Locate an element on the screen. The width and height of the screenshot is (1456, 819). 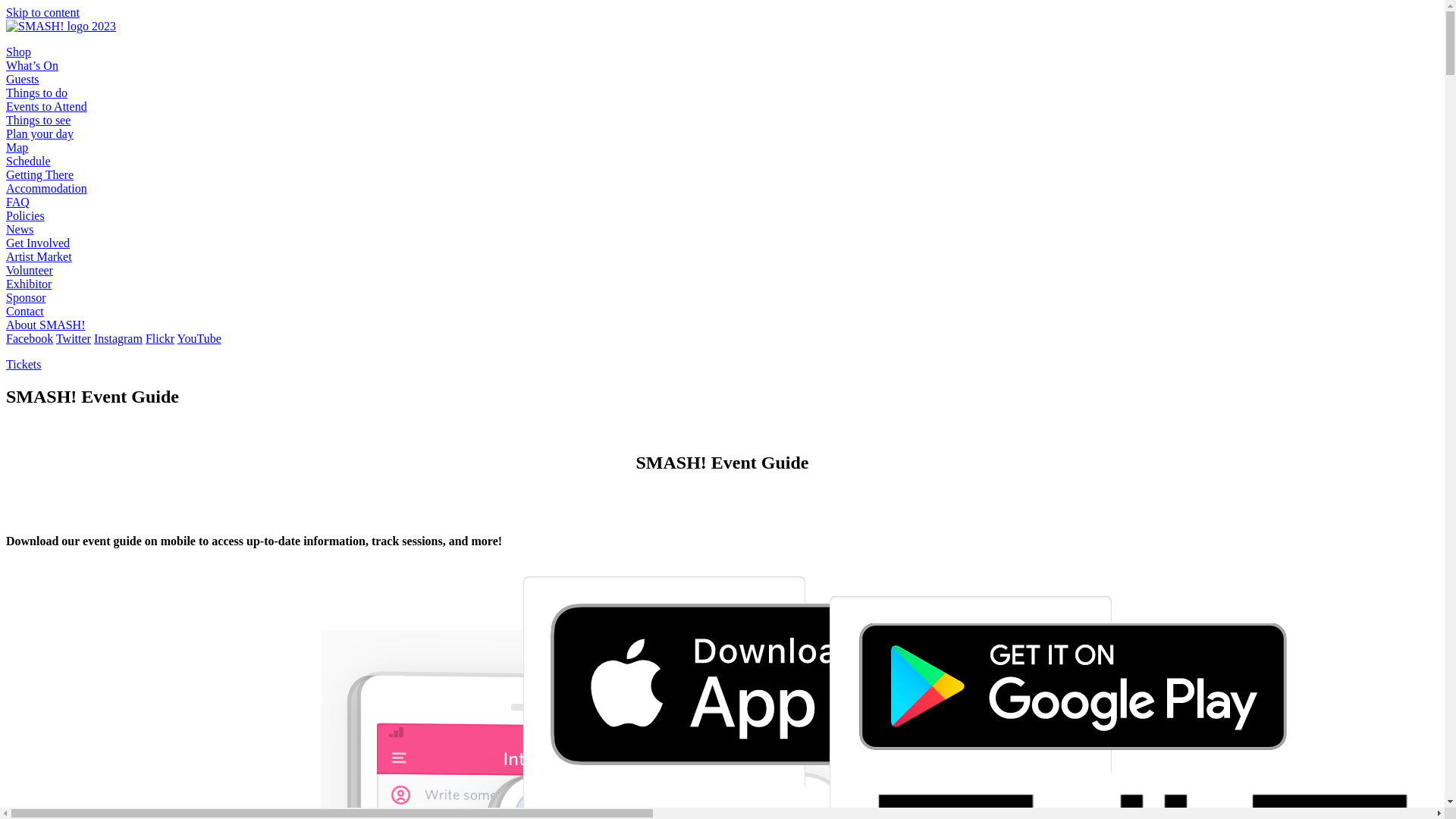
'Contact' is located at coordinates (25, 310).